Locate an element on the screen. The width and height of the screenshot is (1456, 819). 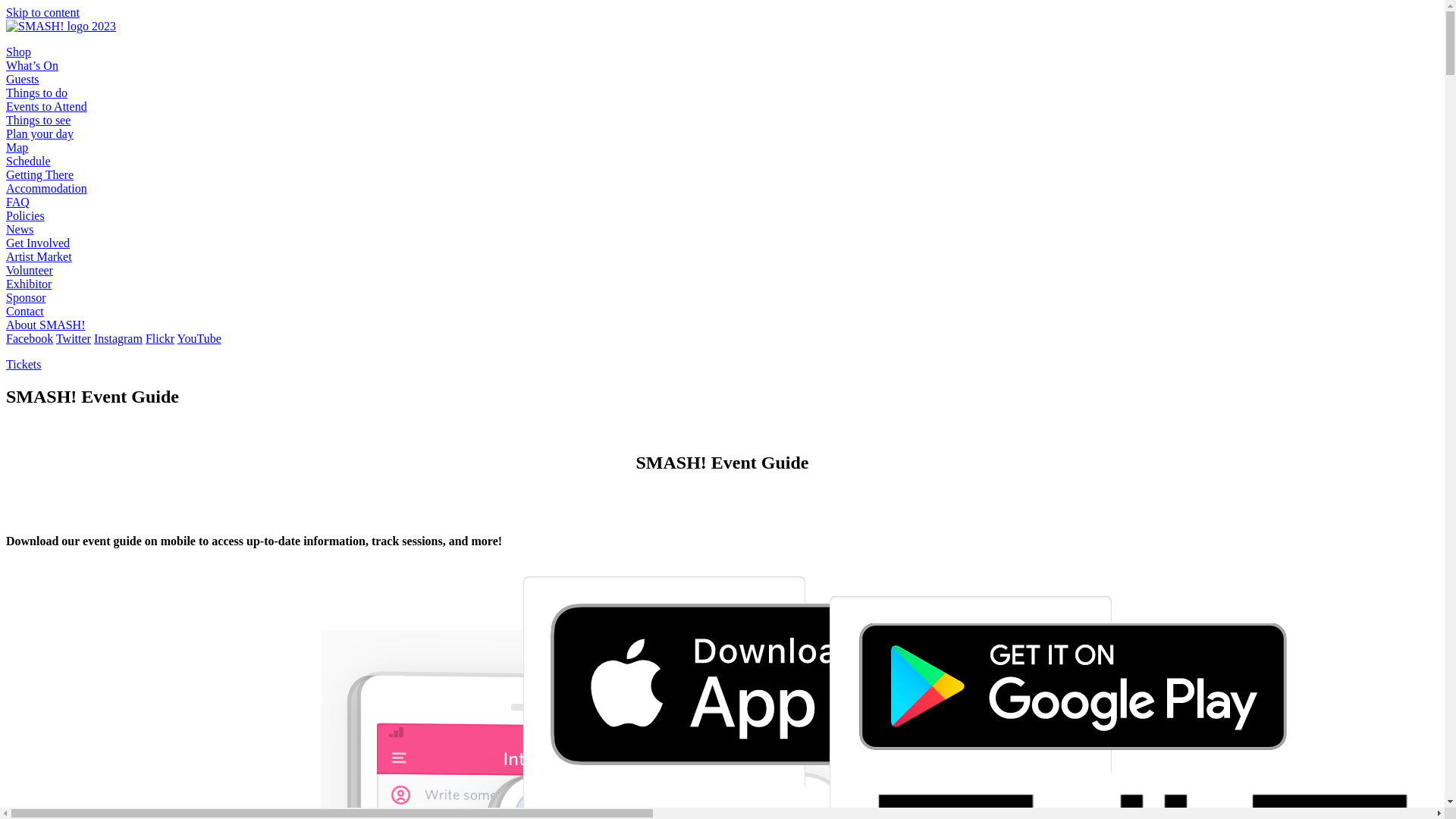
'Contact' is located at coordinates (25, 310).